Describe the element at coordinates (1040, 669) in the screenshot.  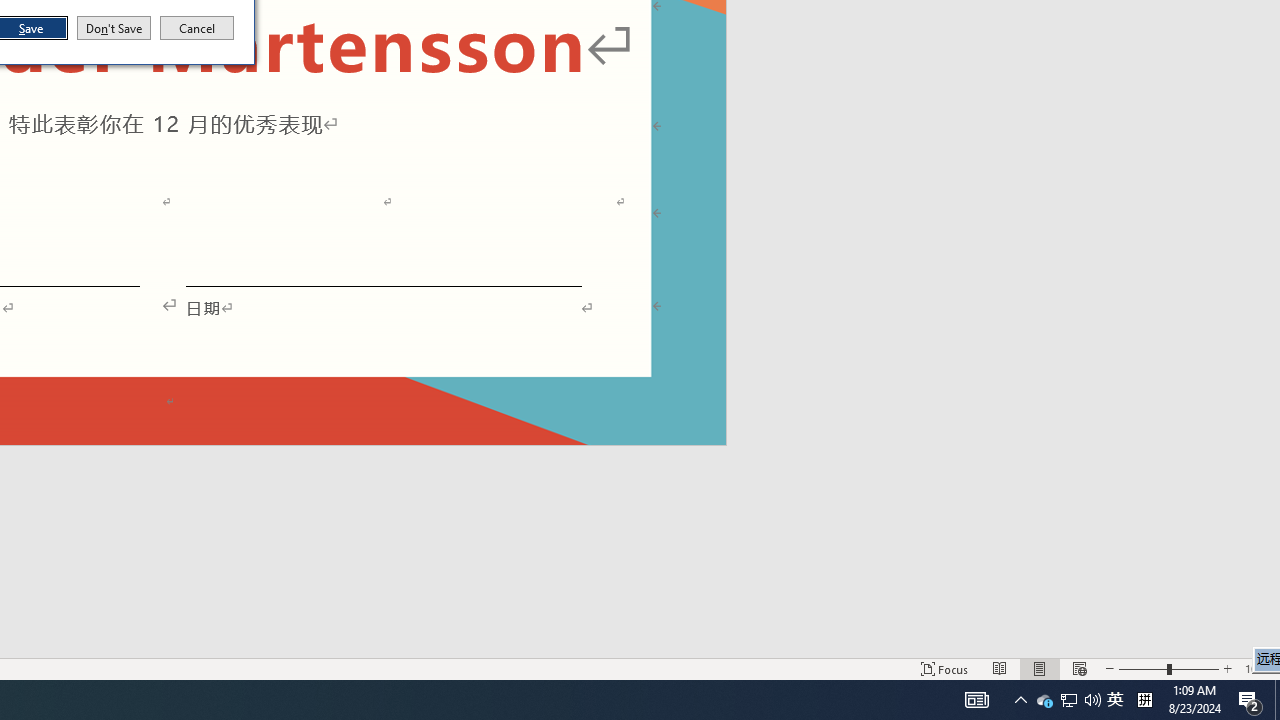
I see `'Web Layout'` at that location.